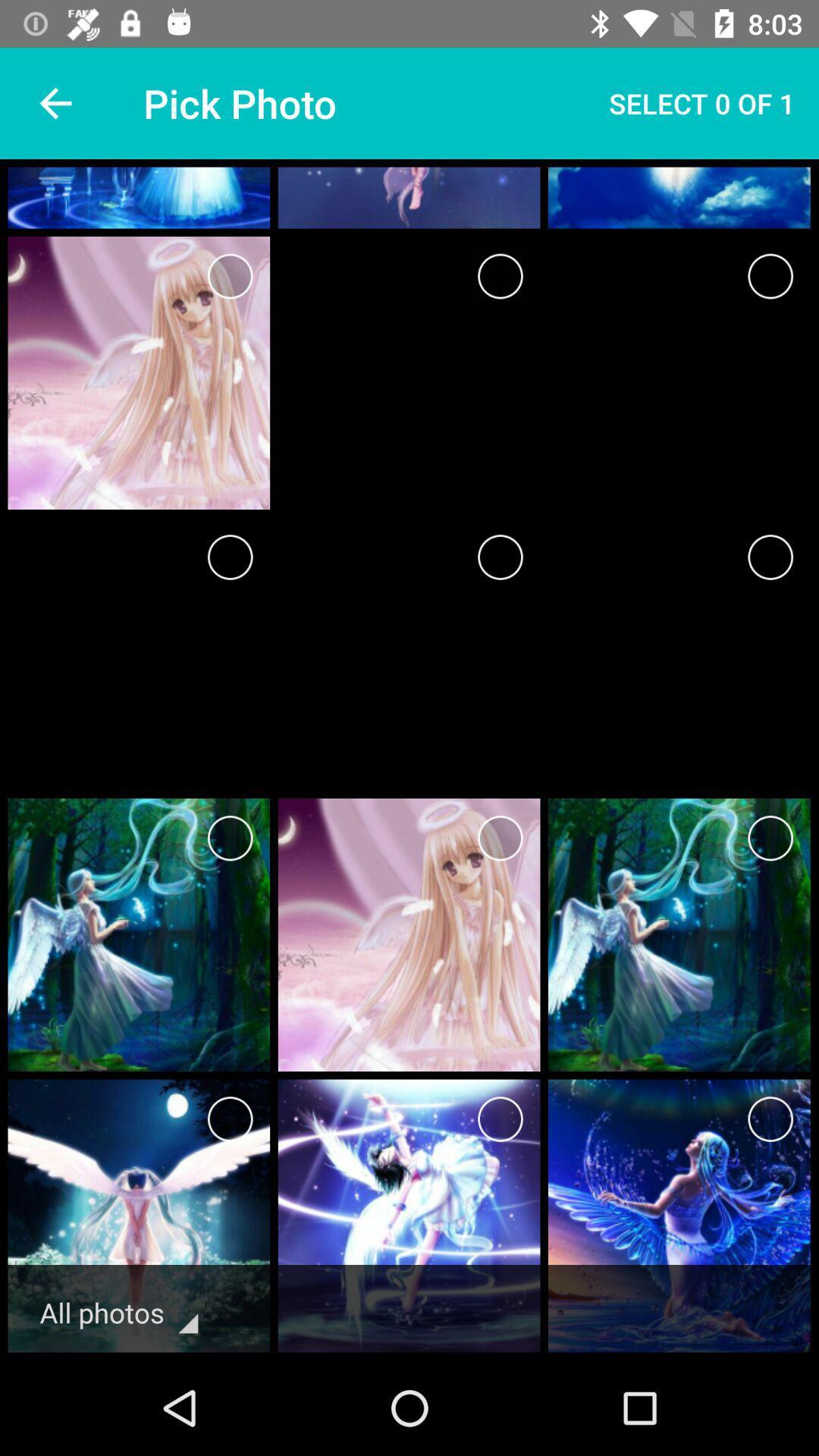 The image size is (819, 1456). What do you see at coordinates (770, 276) in the screenshot?
I see `option` at bounding box center [770, 276].